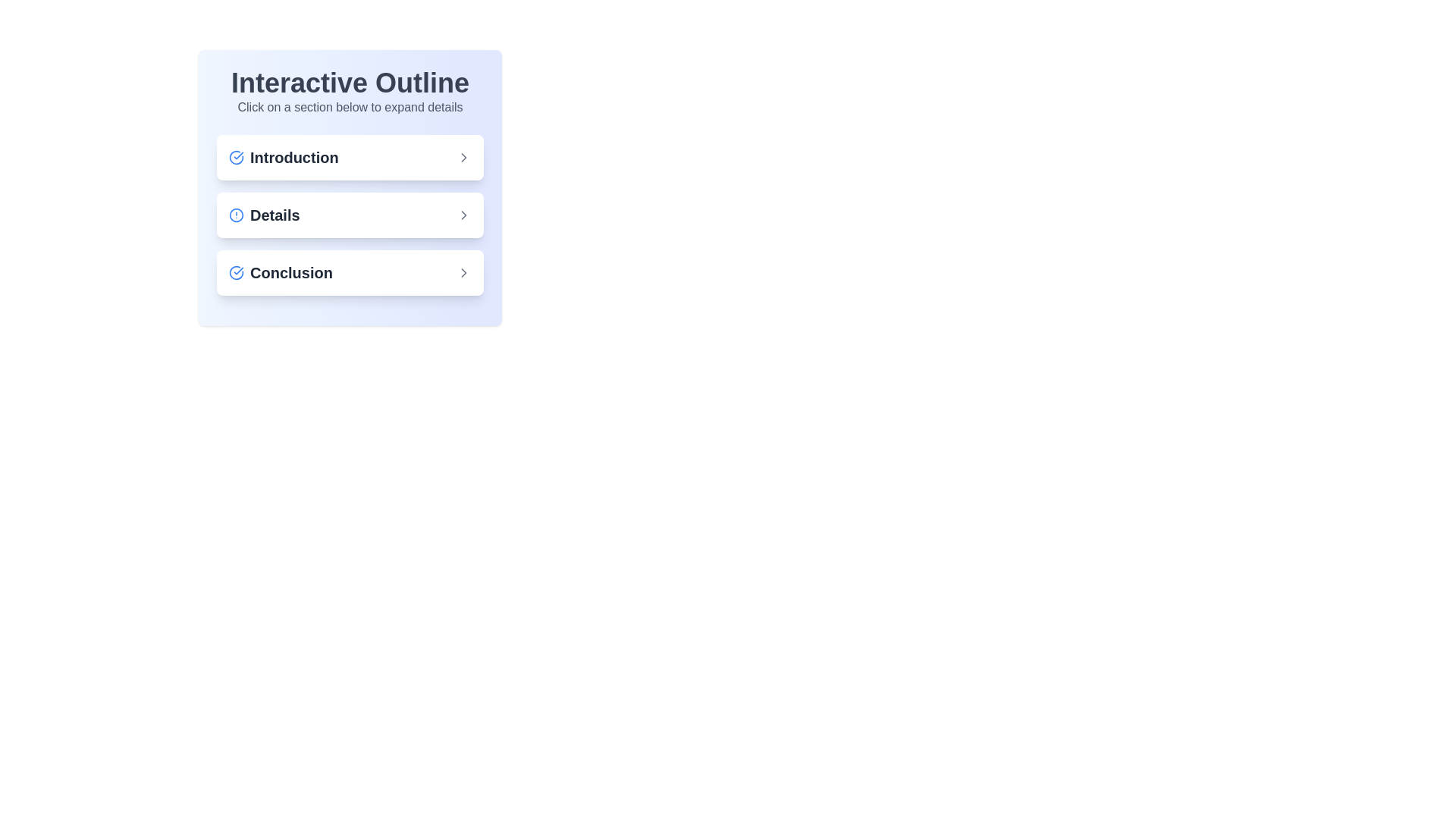 This screenshot has width=1456, height=819. What do you see at coordinates (236, 158) in the screenshot?
I see `the visual state of the circular blue check icon located to the left of the 'Introduction' label in the interactive outline` at bounding box center [236, 158].